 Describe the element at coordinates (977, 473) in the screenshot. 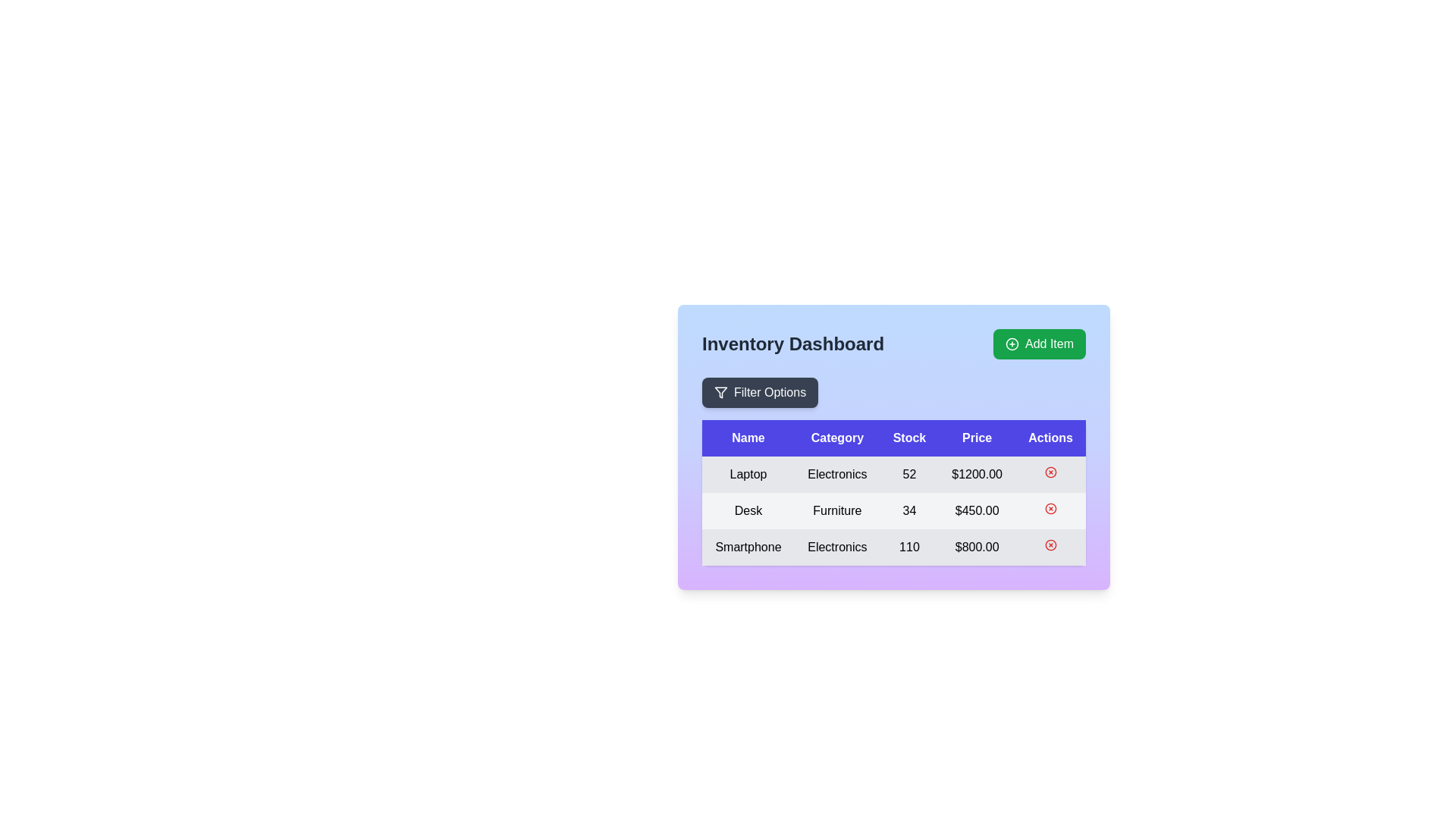

I see `the text field displaying '$1200.00' in bold, black font, located in the 'Price' column of the table under the 'Laptop' item` at that location.